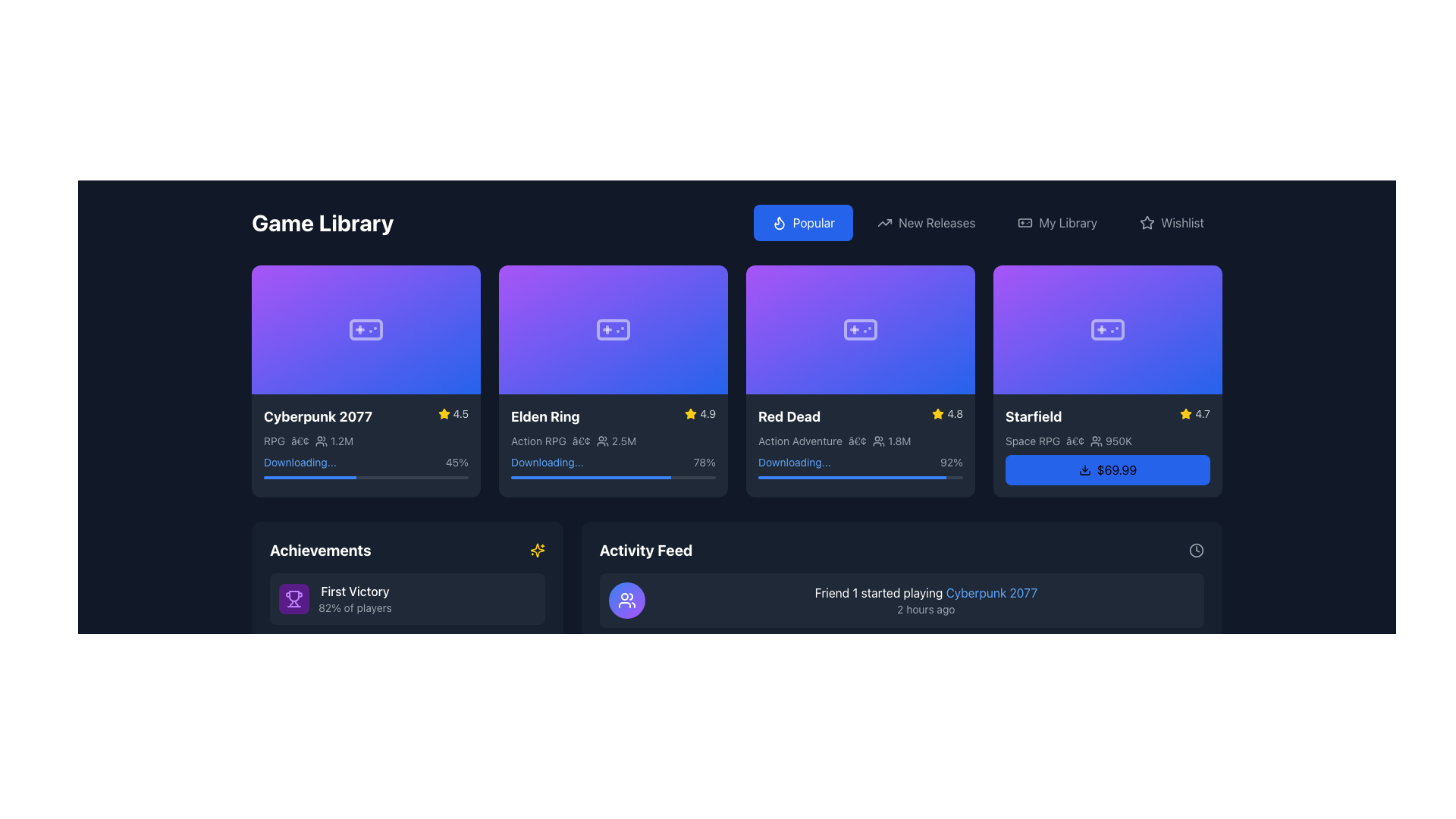  What do you see at coordinates (1117, 469) in the screenshot?
I see `the text element displaying '$69.99' in bold, black font located at the bottom center of the 'Starfield' card, inside a blue button-like area` at bounding box center [1117, 469].